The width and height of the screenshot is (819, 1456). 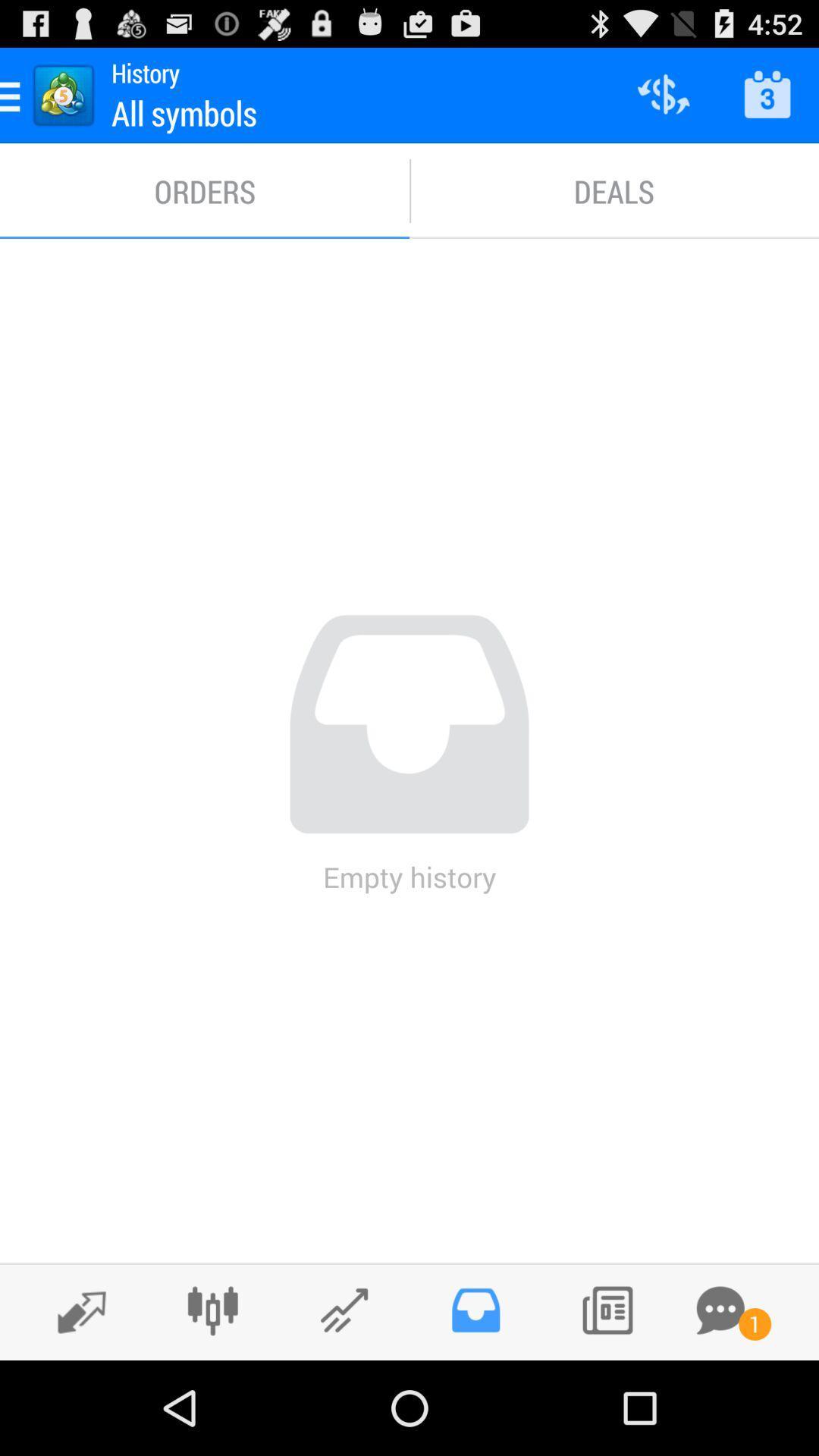 I want to click on the sliders icon, so click(x=212, y=1401).